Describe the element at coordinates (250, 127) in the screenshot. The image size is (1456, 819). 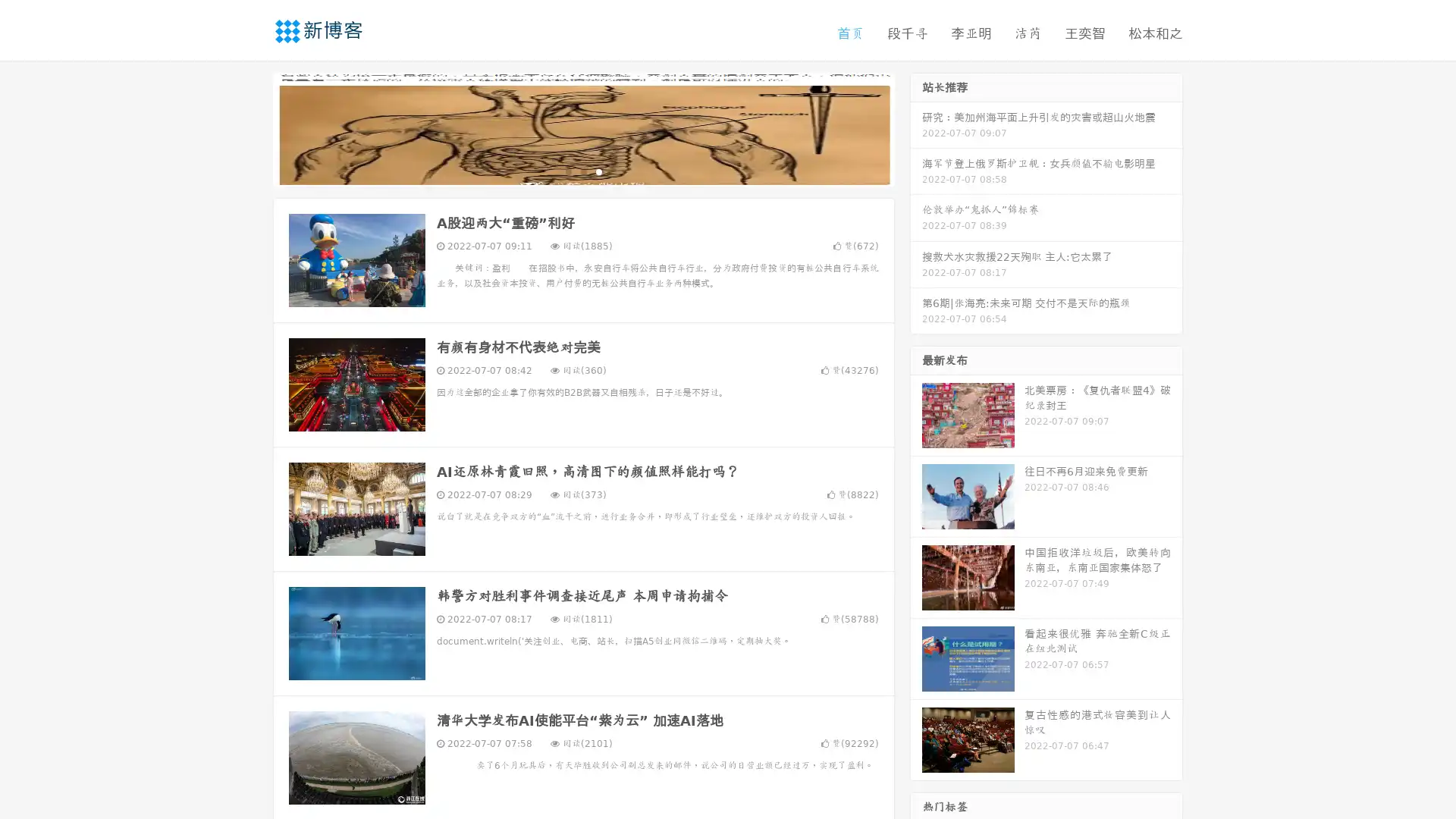
I see `Previous slide` at that location.